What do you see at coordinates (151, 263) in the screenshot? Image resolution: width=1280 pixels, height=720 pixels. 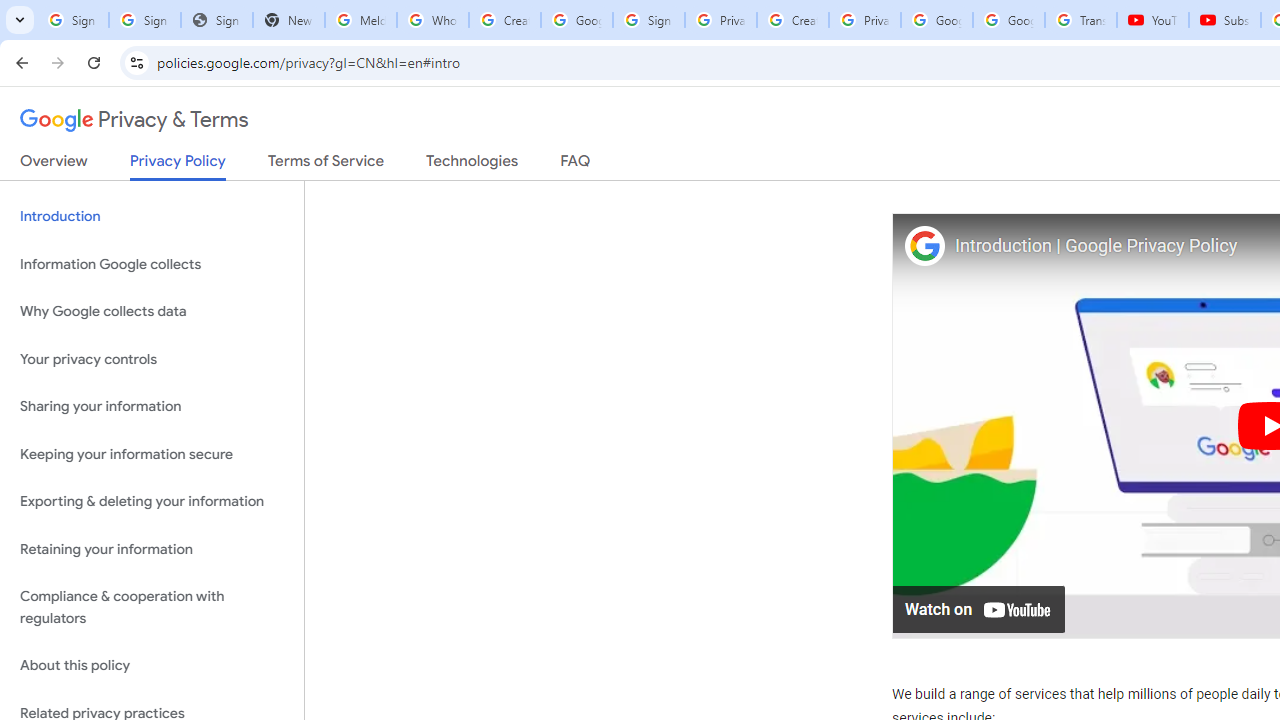 I see `'Information Google collects'` at bounding box center [151, 263].